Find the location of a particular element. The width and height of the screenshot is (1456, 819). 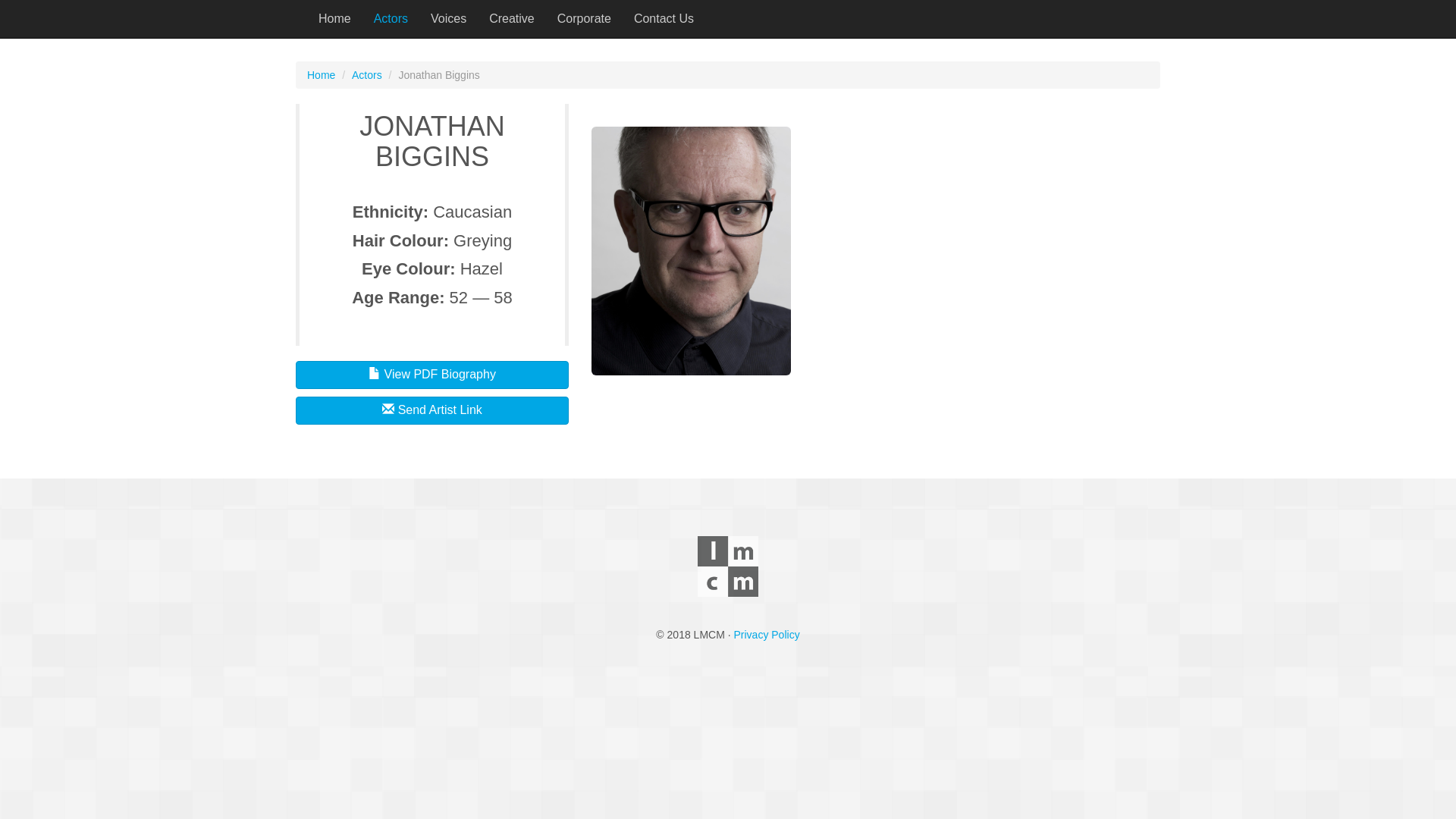

'Home' is located at coordinates (320, 75).